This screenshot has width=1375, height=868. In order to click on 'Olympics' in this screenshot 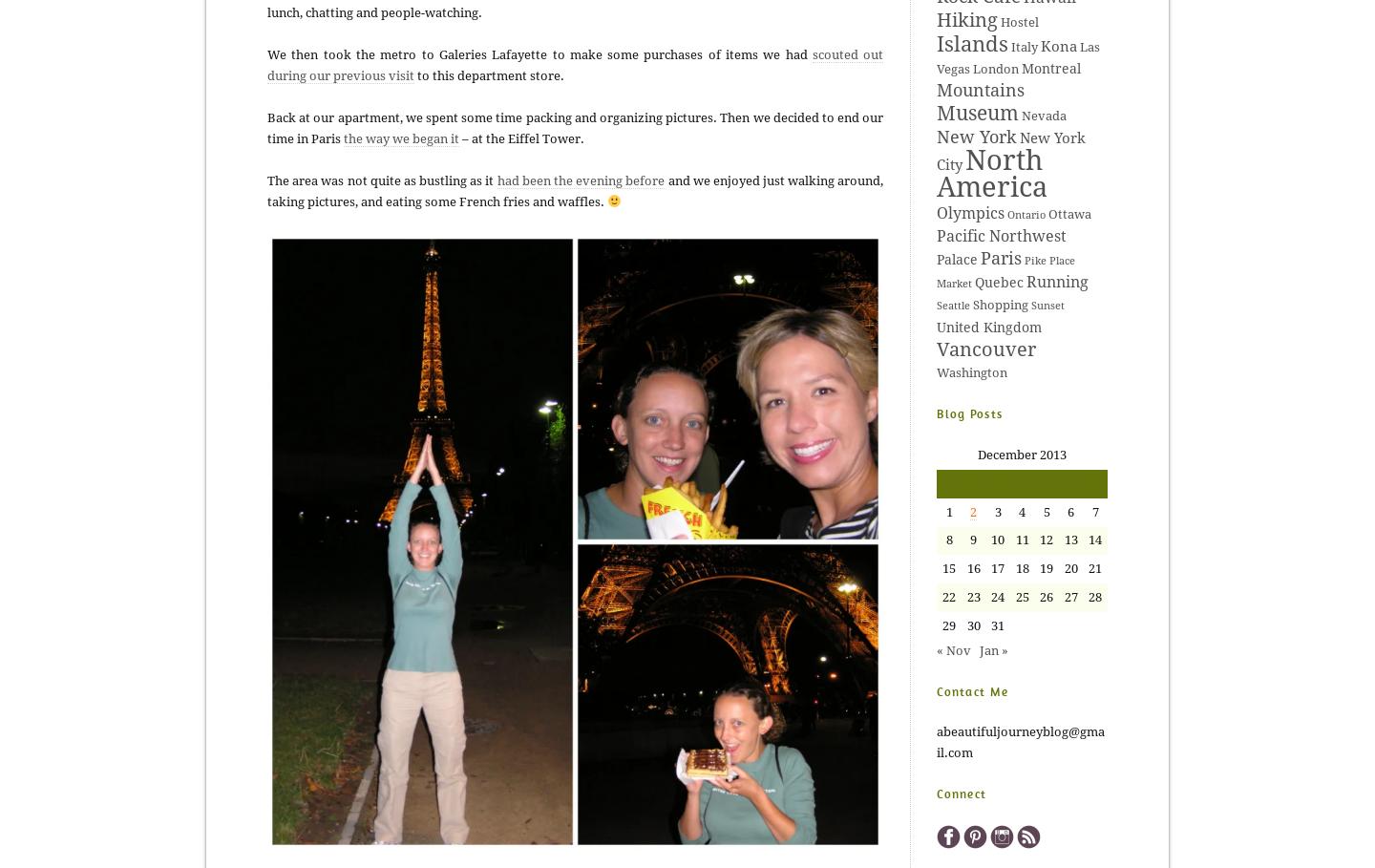, I will do `click(969, 212)`.